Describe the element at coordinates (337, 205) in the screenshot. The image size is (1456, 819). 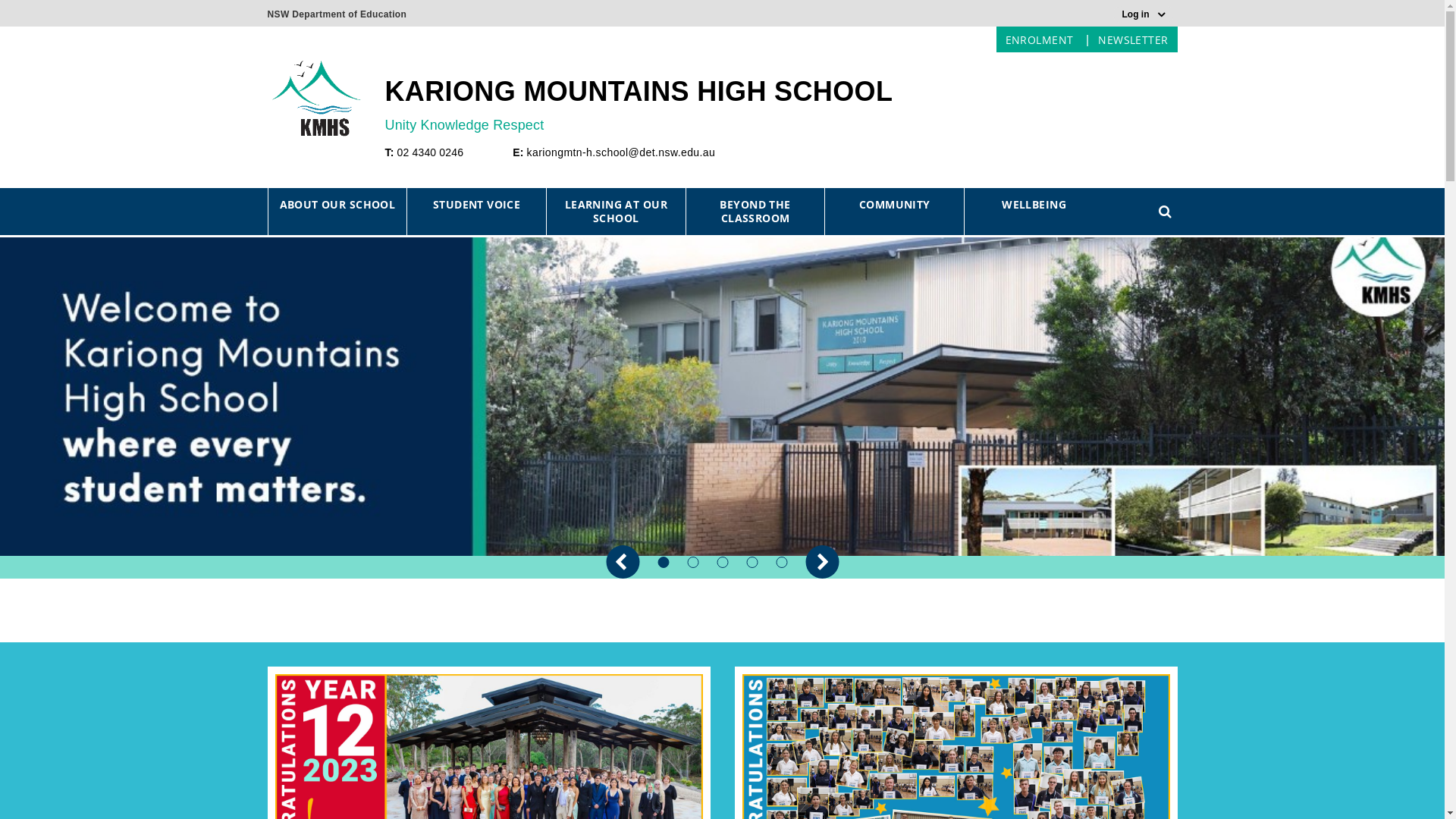
I see `'ABOUT OUR SCHOOL'` at that location.